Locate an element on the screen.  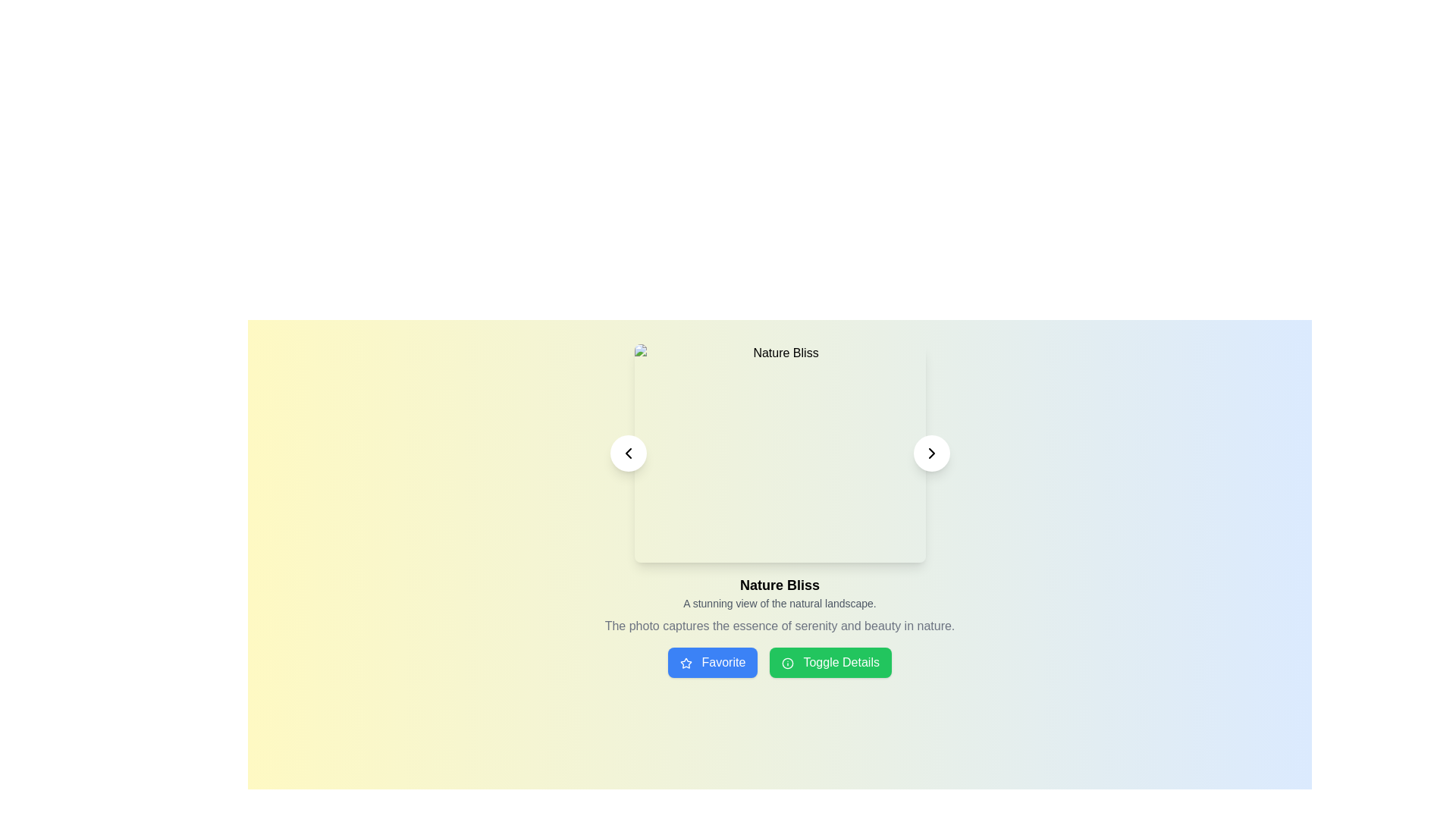
the left-pointing chevron icon with a black stroke is located at coordinates (628, 452).